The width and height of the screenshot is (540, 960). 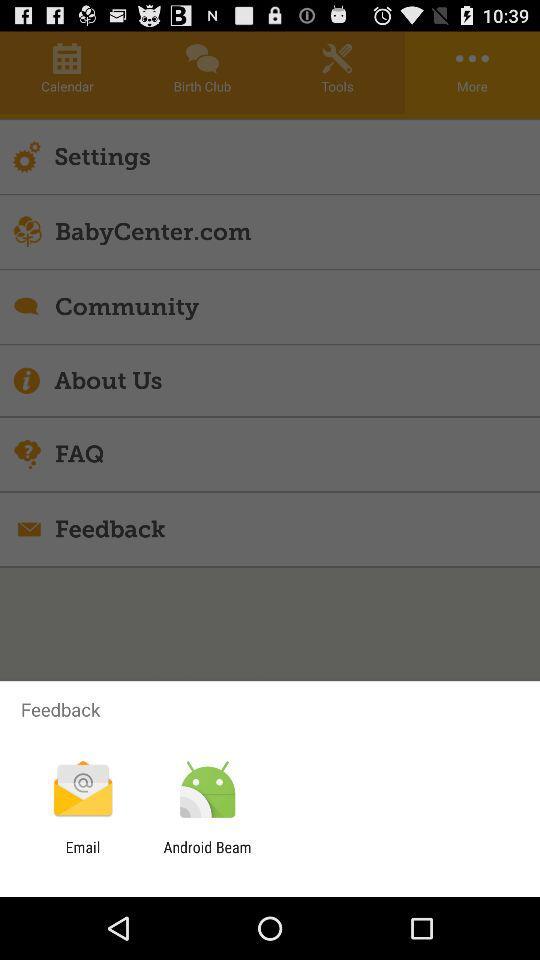 I want to click on the android beam, so click(x=206, y=855).